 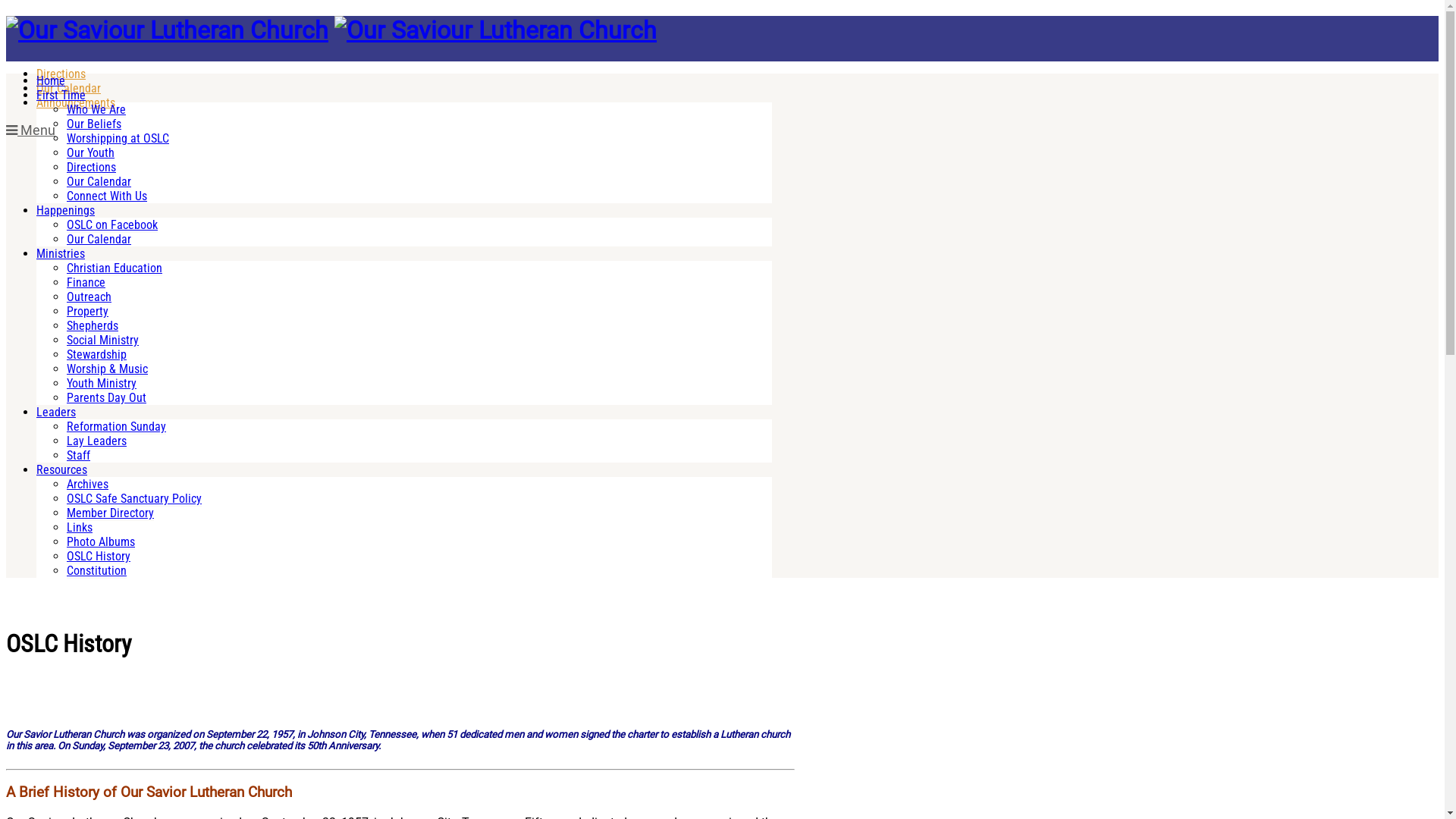 What do you see at coordinates (167, 30) in the screenshot?
I see `'Our Saviour Lutheran Church'` at bounding box center [167, 30].